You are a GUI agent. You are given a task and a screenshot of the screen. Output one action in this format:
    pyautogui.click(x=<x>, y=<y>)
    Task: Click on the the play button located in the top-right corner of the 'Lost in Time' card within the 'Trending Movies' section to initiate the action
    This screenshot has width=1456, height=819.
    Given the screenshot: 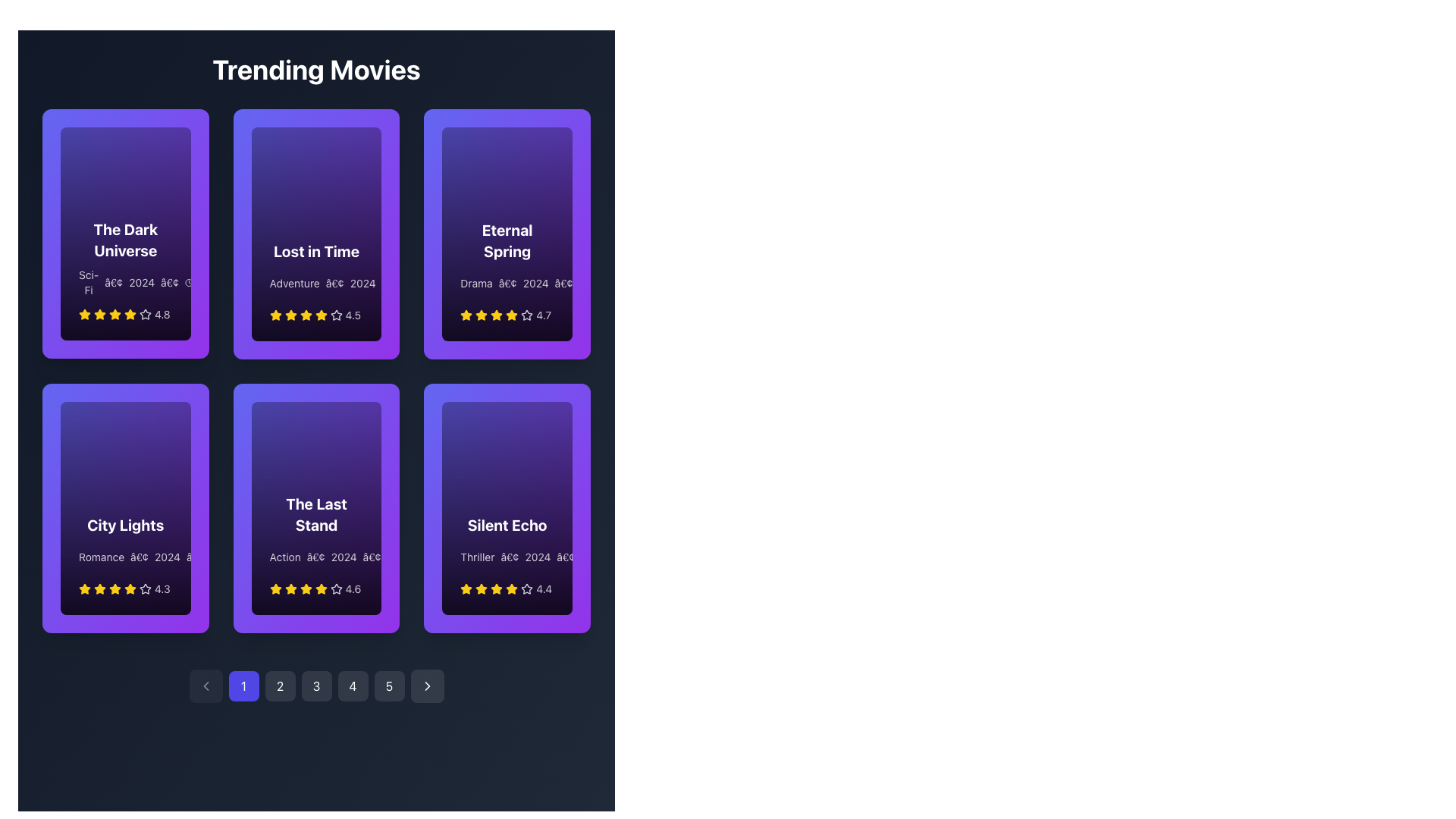 What is the action you would take?
    pyautogui.click(x=374, y=140)
    